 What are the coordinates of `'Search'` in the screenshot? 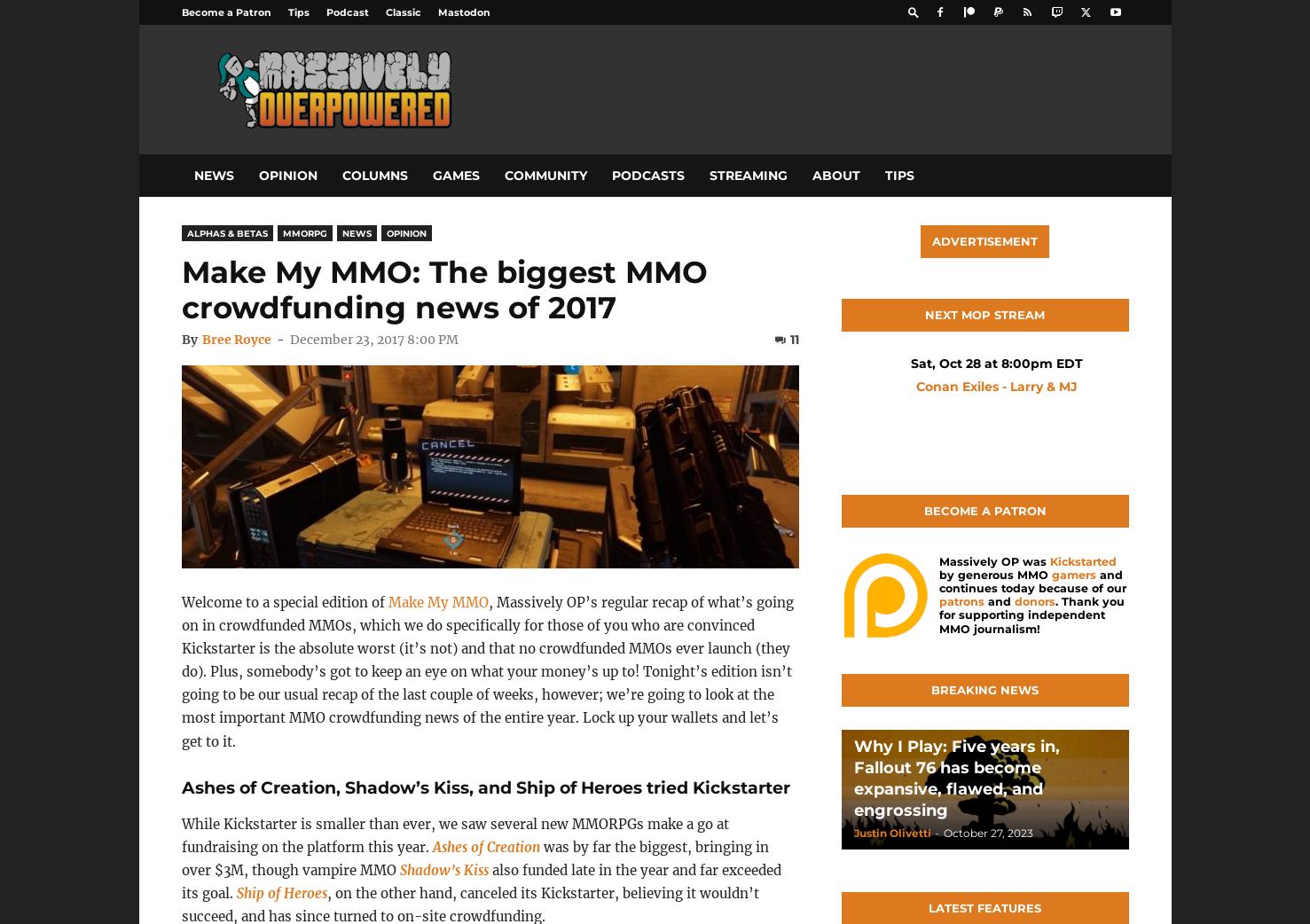 It's located at (655, 89).